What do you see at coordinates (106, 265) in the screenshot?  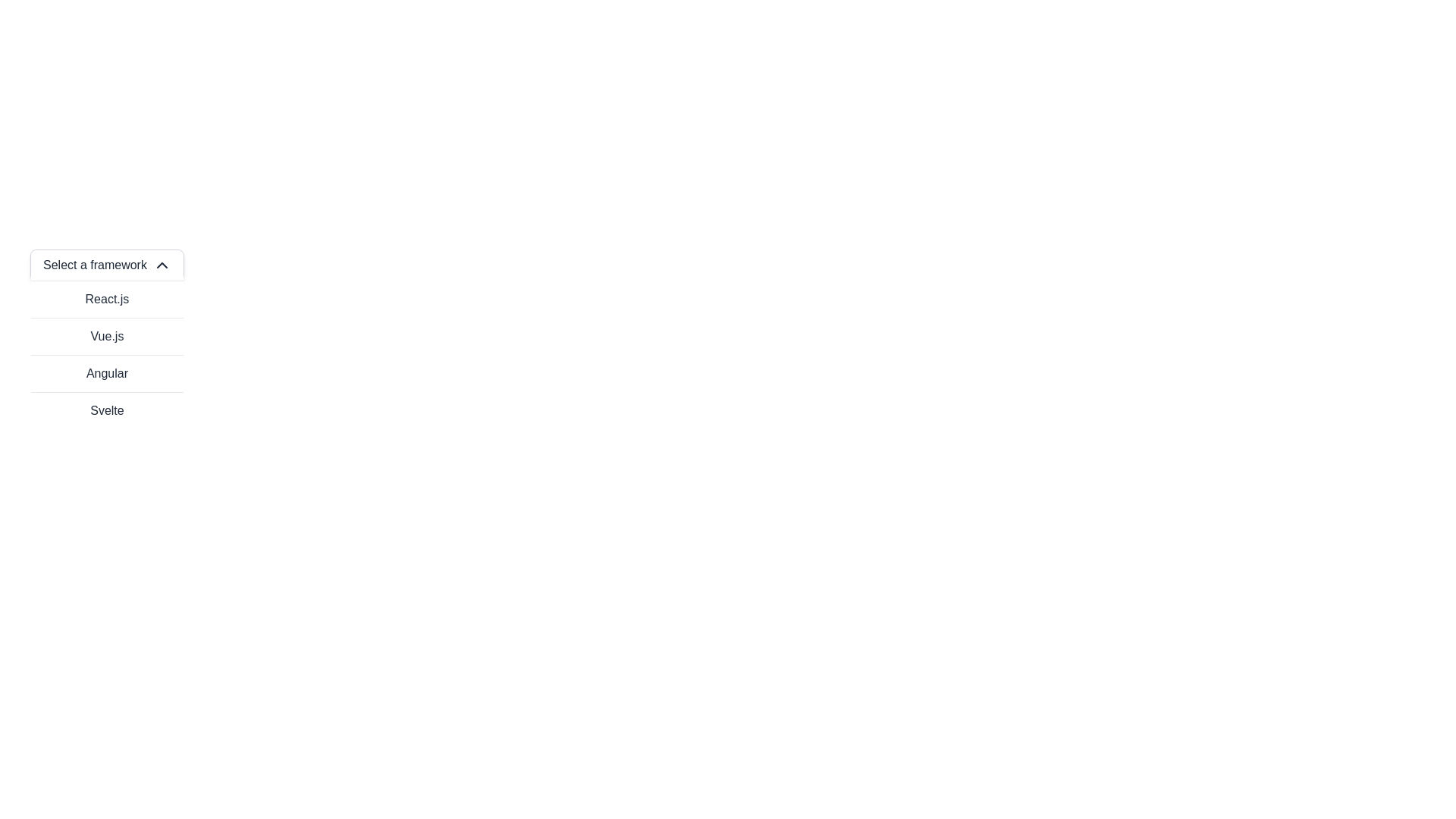 I see `the Dropdown toggle button located at the top of the dropdown list` at bounding box center [106, 265].